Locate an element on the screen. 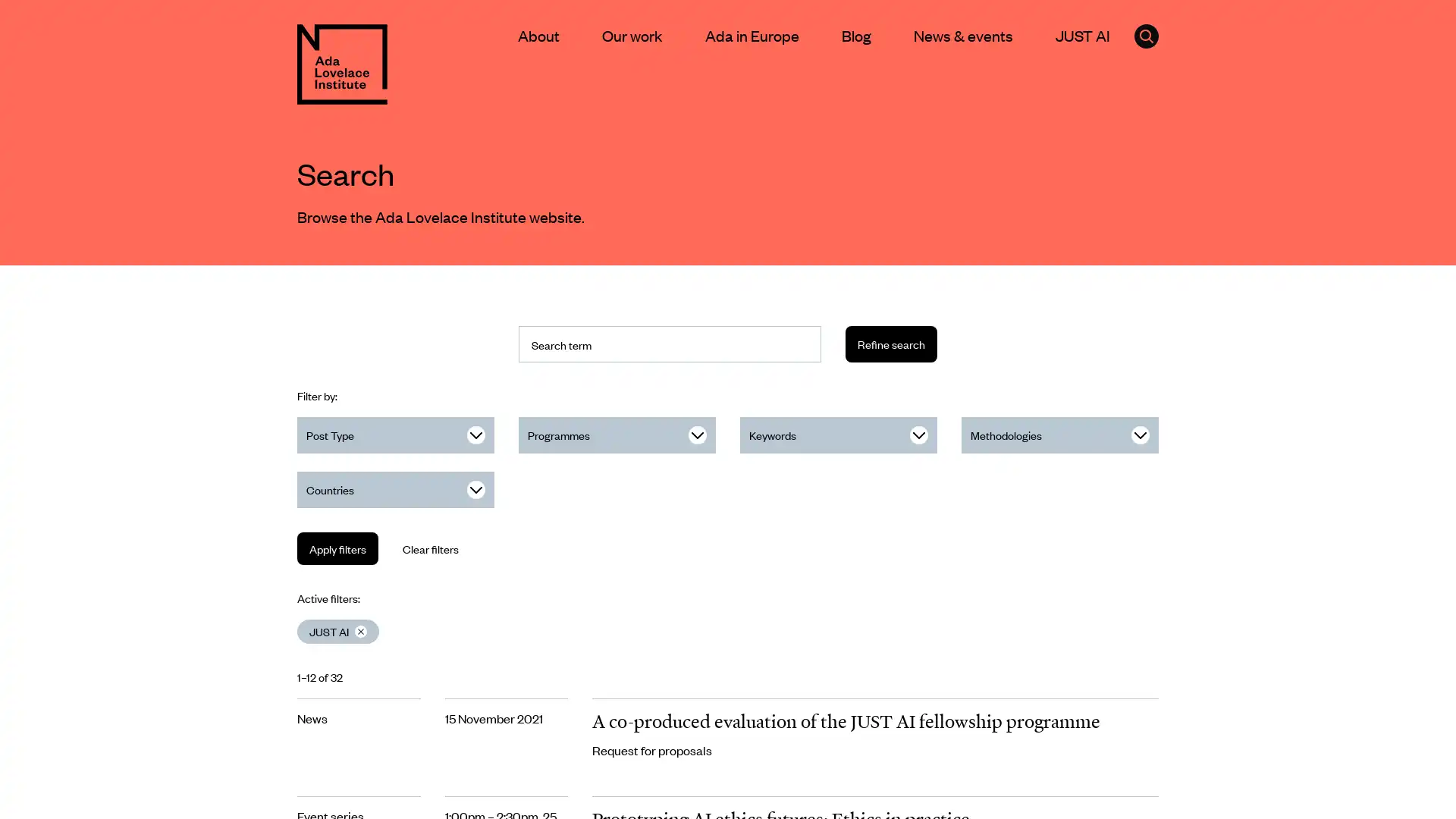  Post Type is located at coordinates (396, 435).